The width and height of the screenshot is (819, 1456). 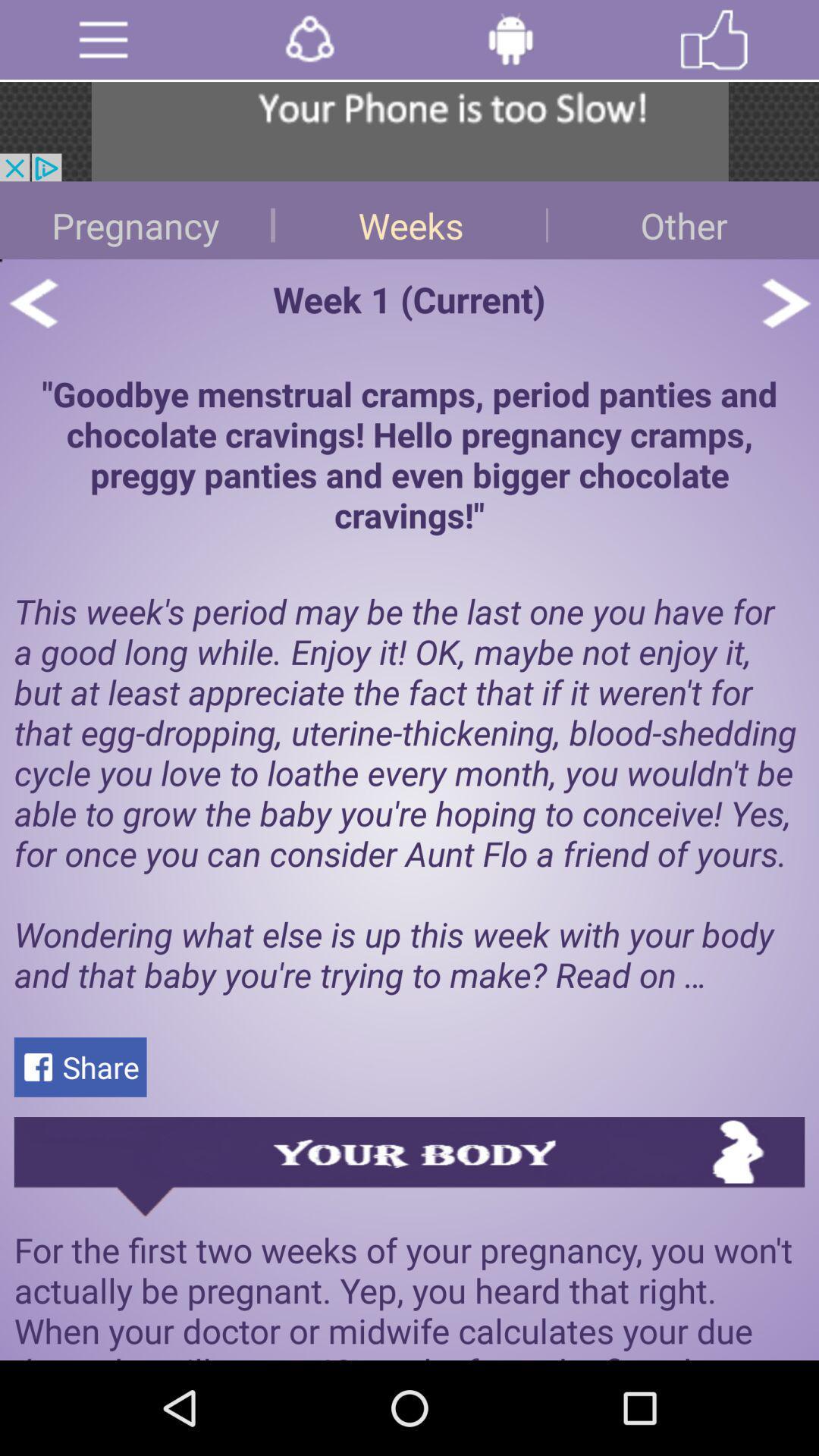 What do you see at coordinates (33, 303) in the screenshot?
I see `go back` at bounding box center [33, 303].